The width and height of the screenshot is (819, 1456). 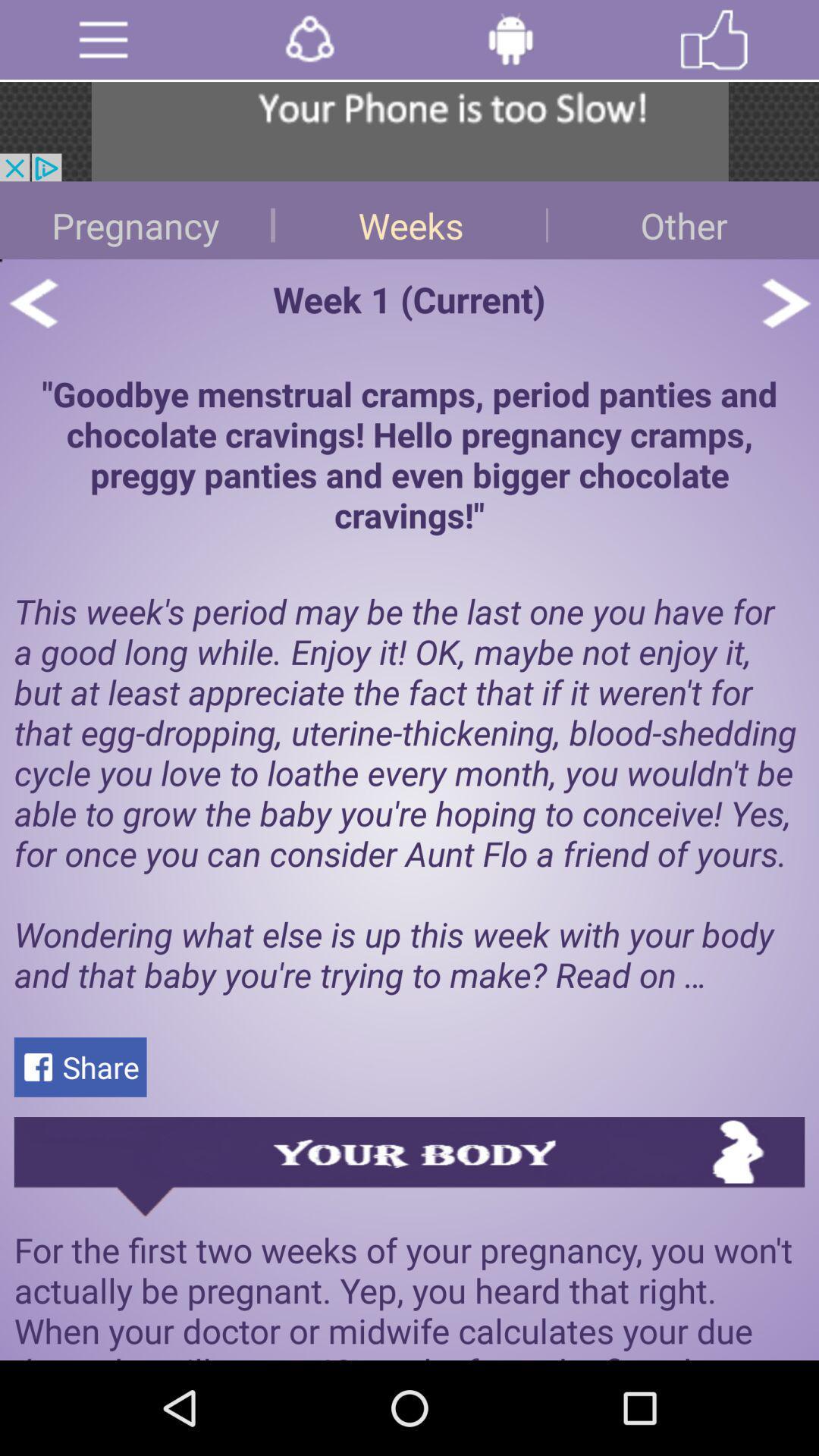 What do you see at coordinates (33, 303) in the screenshot?
I see `go back` at bounding box center [33, 303].